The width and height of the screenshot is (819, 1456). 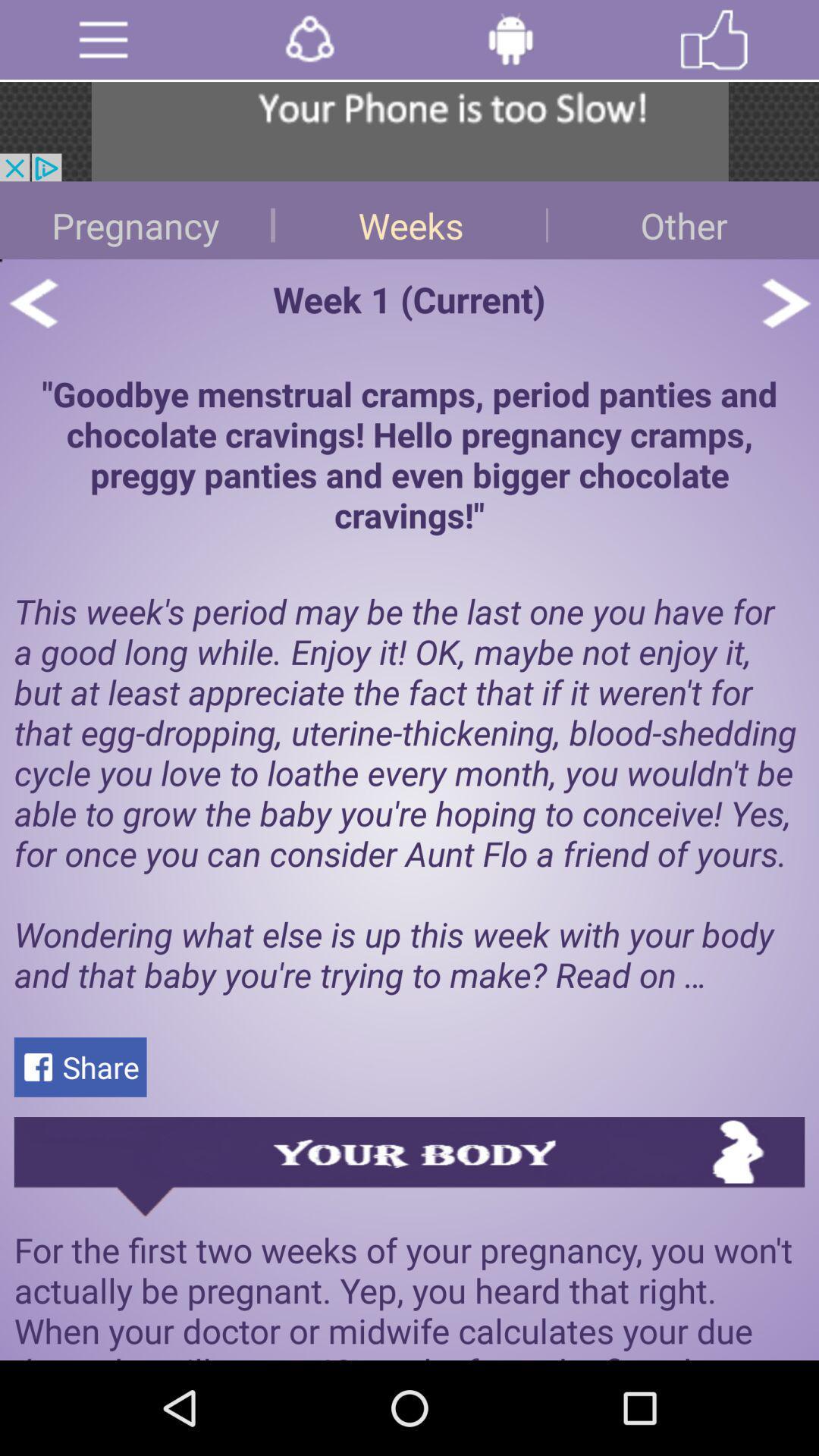 What do you see at coordinates (33, 303) in the screenshot?
I see `go back` at bounding box center [33, 303].